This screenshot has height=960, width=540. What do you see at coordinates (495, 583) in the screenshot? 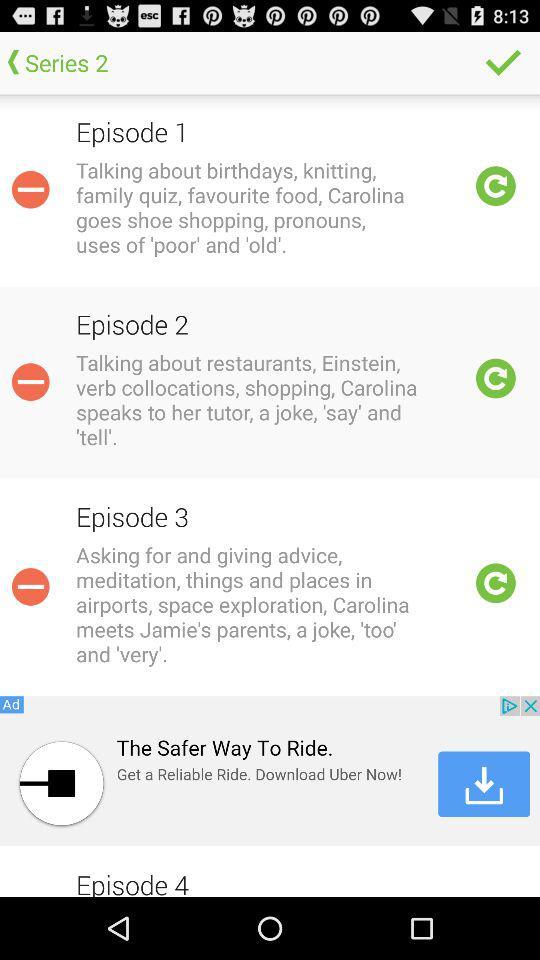
I see `refresh option` at bounding box center [495, 583].